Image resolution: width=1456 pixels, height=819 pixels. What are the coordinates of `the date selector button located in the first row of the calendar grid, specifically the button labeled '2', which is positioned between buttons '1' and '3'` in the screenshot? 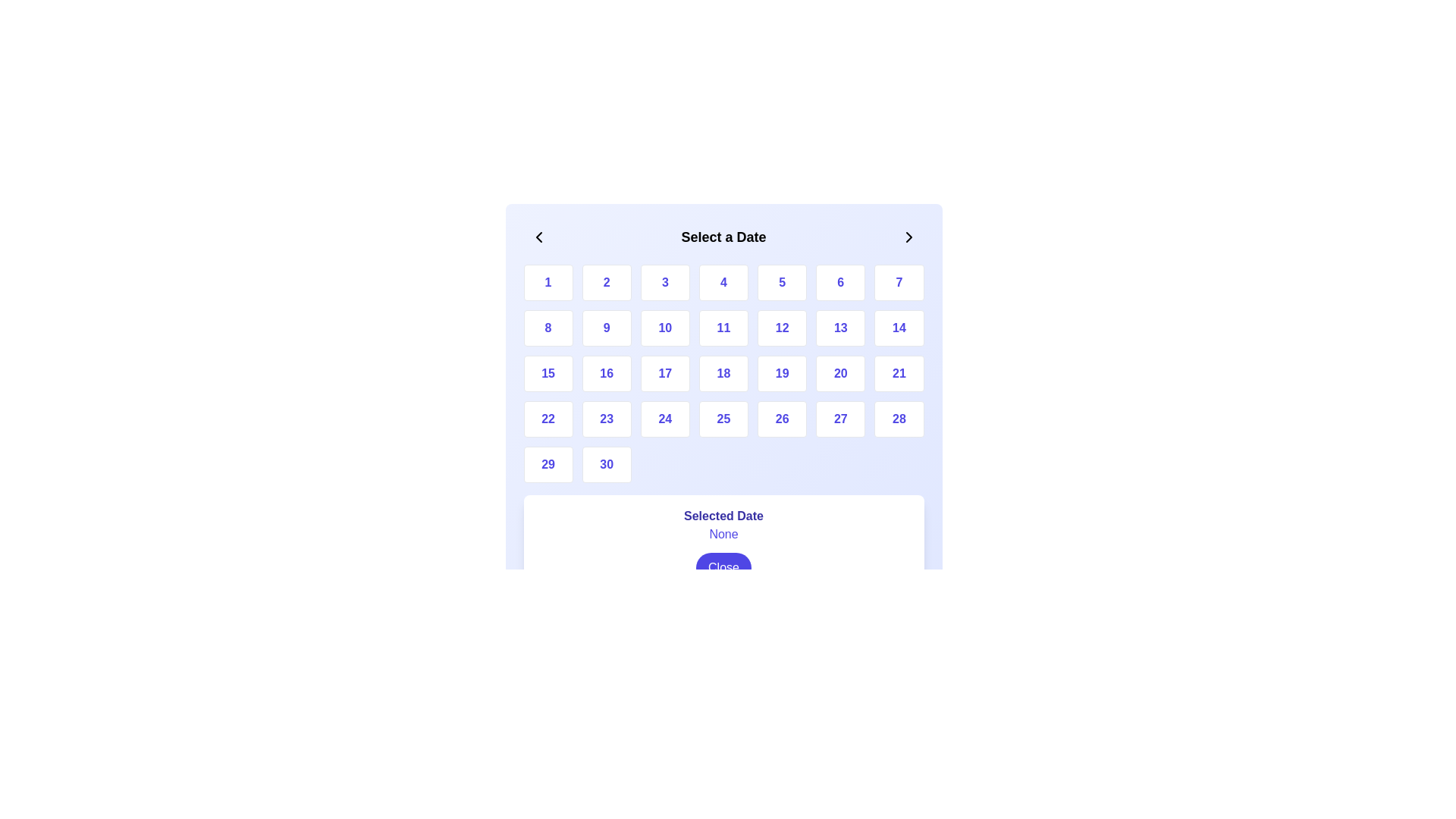 It's located at (607, 283).